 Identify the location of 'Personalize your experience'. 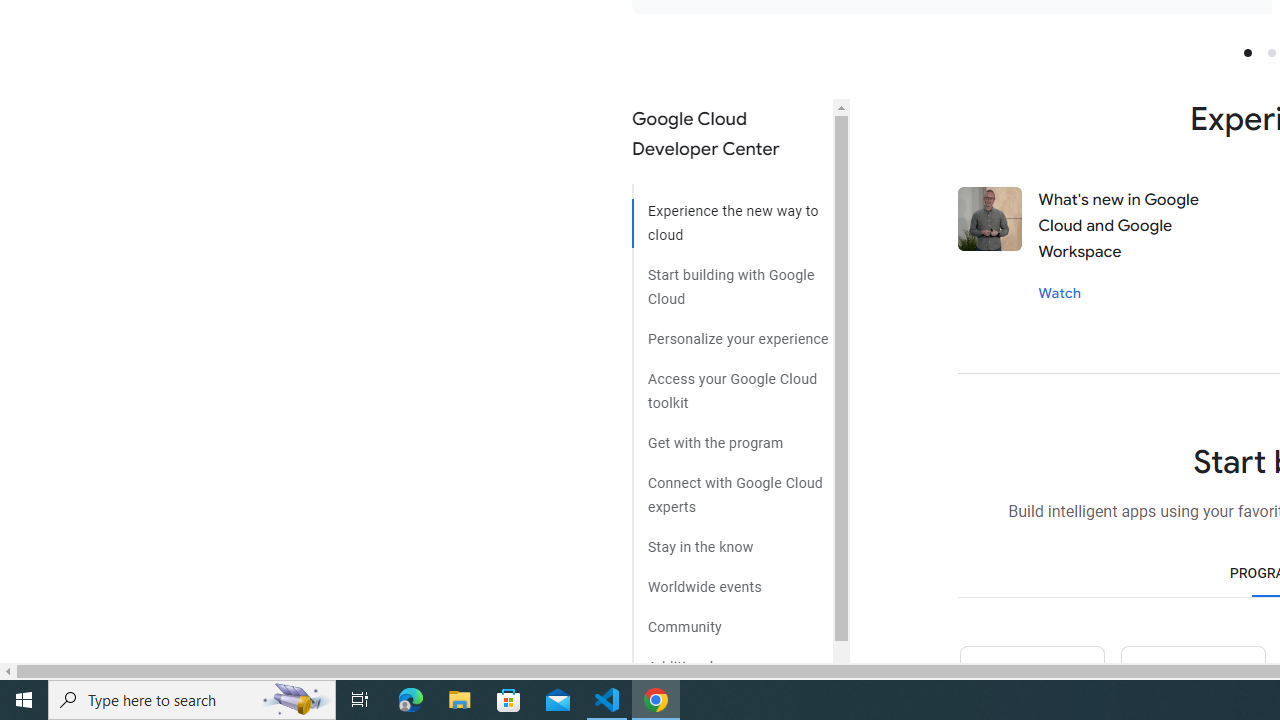
(731, 330).